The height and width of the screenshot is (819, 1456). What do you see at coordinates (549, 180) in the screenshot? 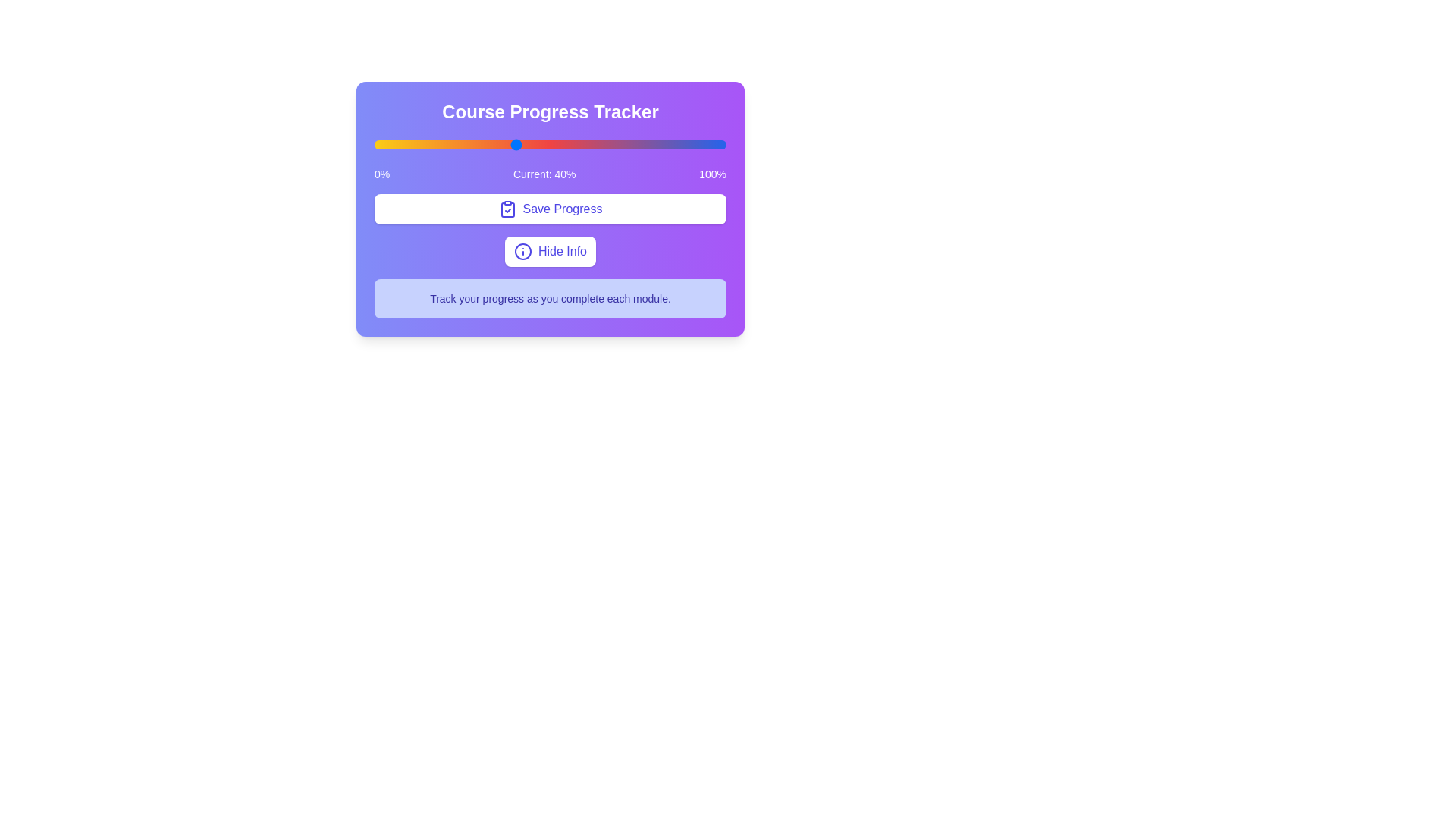
I see `the slider of the progress bar, which visually represents 40% completion, to adjust the value` at bounding box center [549, 180].